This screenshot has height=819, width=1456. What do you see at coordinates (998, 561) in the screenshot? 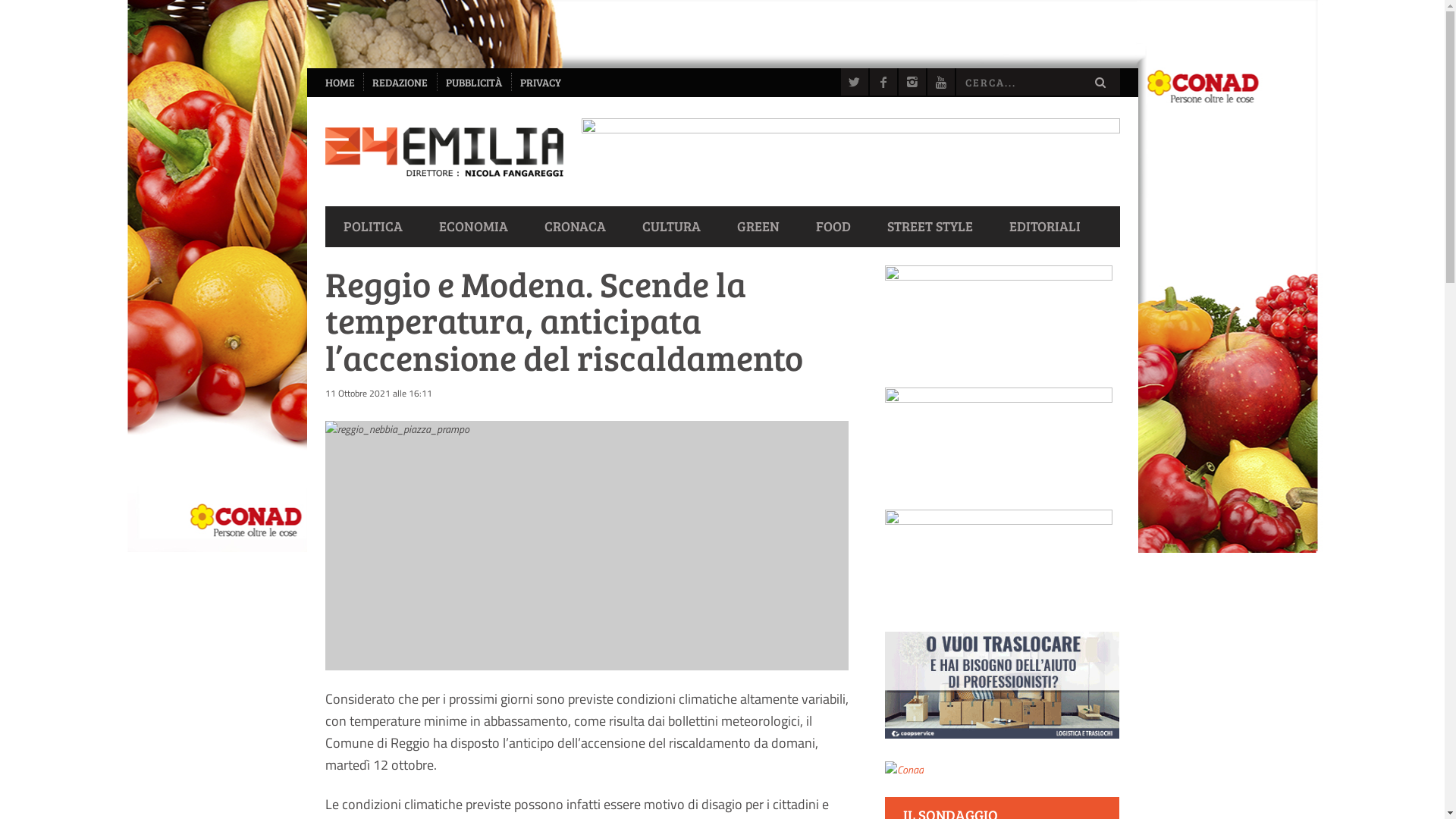
I see `'Confcommercio Reggio Emilia'` at bounding box center [998, 561].